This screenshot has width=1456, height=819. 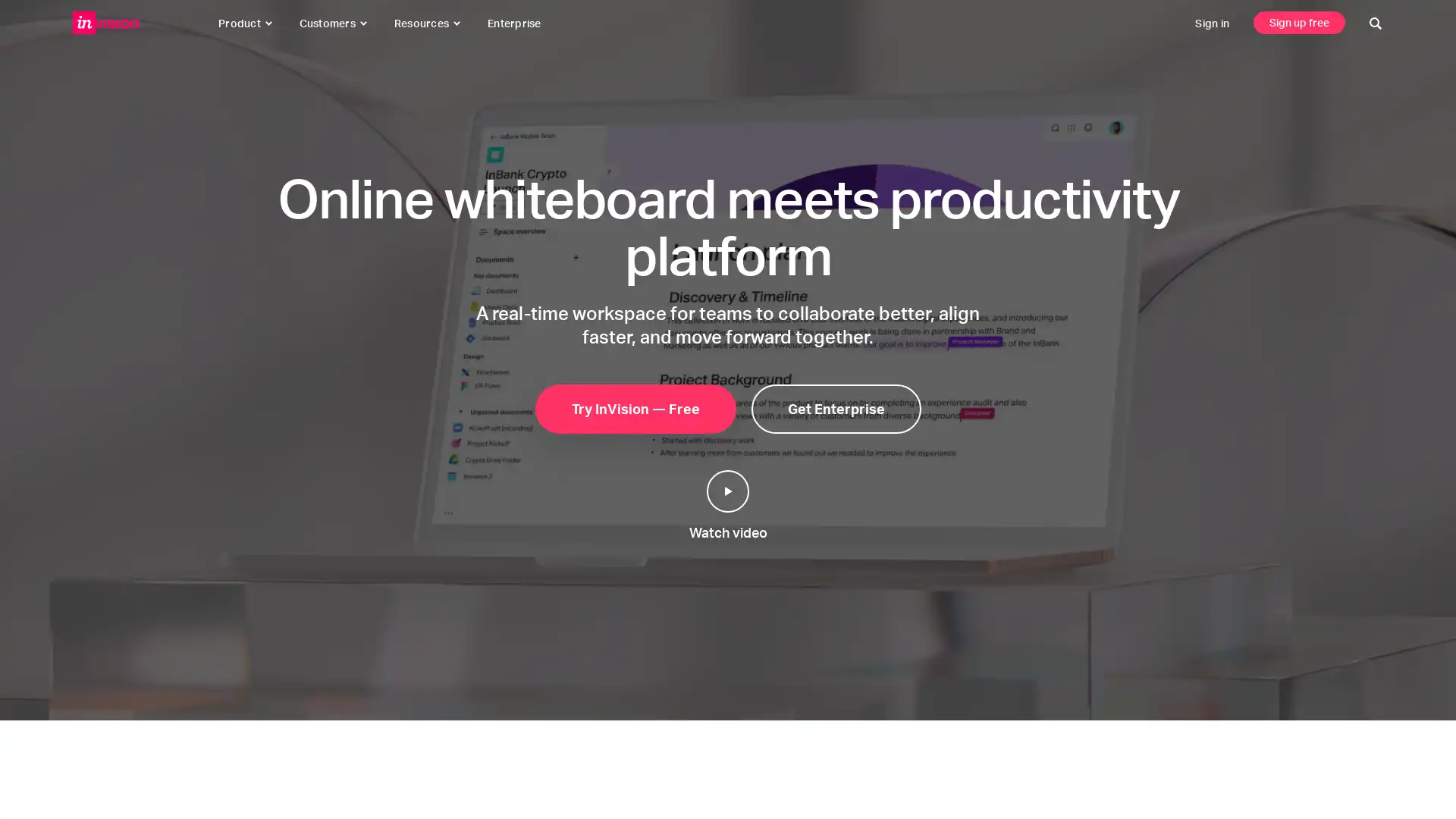 What do you see at coordinates (635, 408) in the screenshot?
I see `try invision  free` at bounding box center [635, 408].